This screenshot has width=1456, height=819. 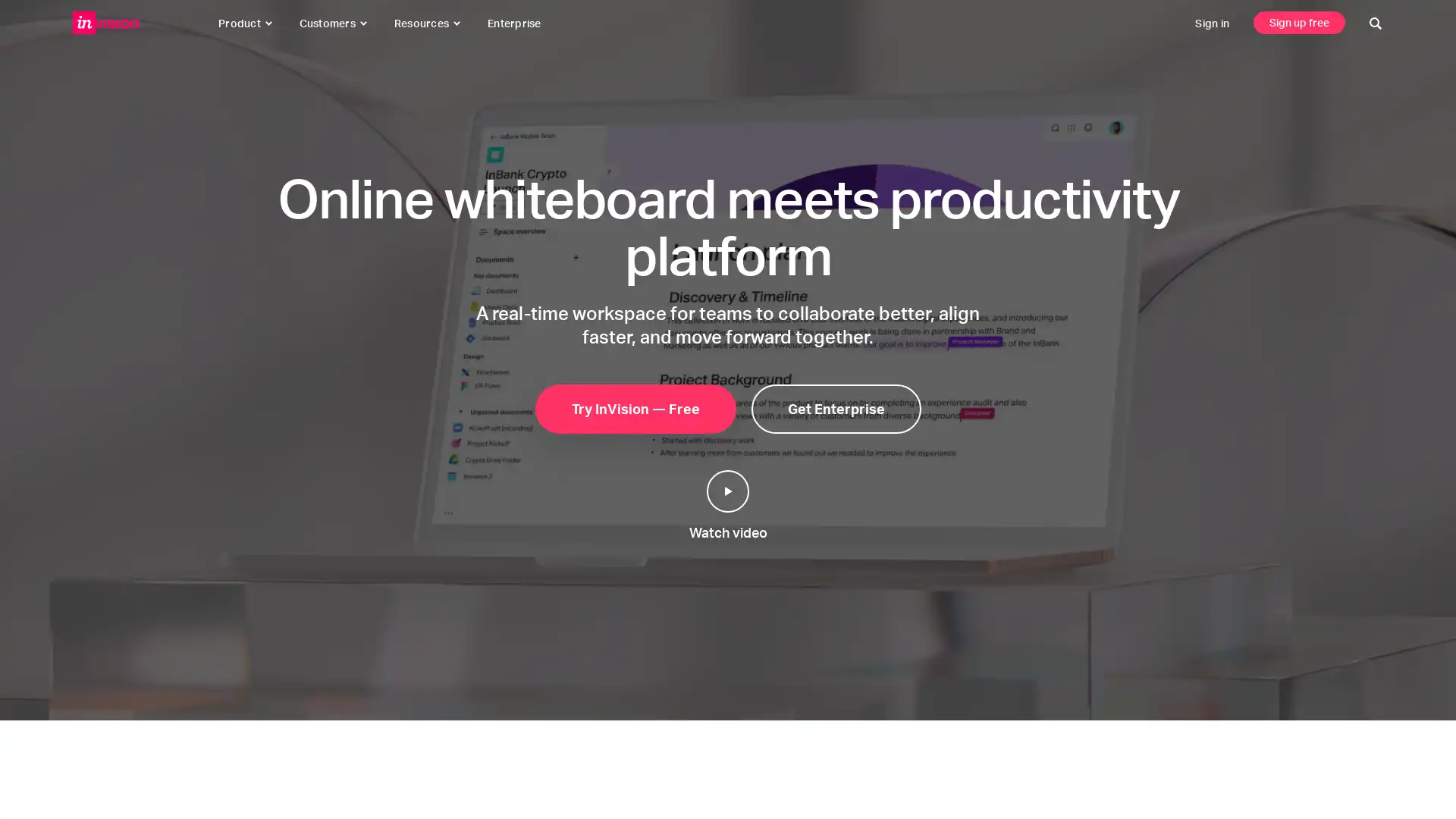 What do you see at coordinates (635, 408) in the screenshot?
I see `try invision  free` at bounding box center [635, 408].